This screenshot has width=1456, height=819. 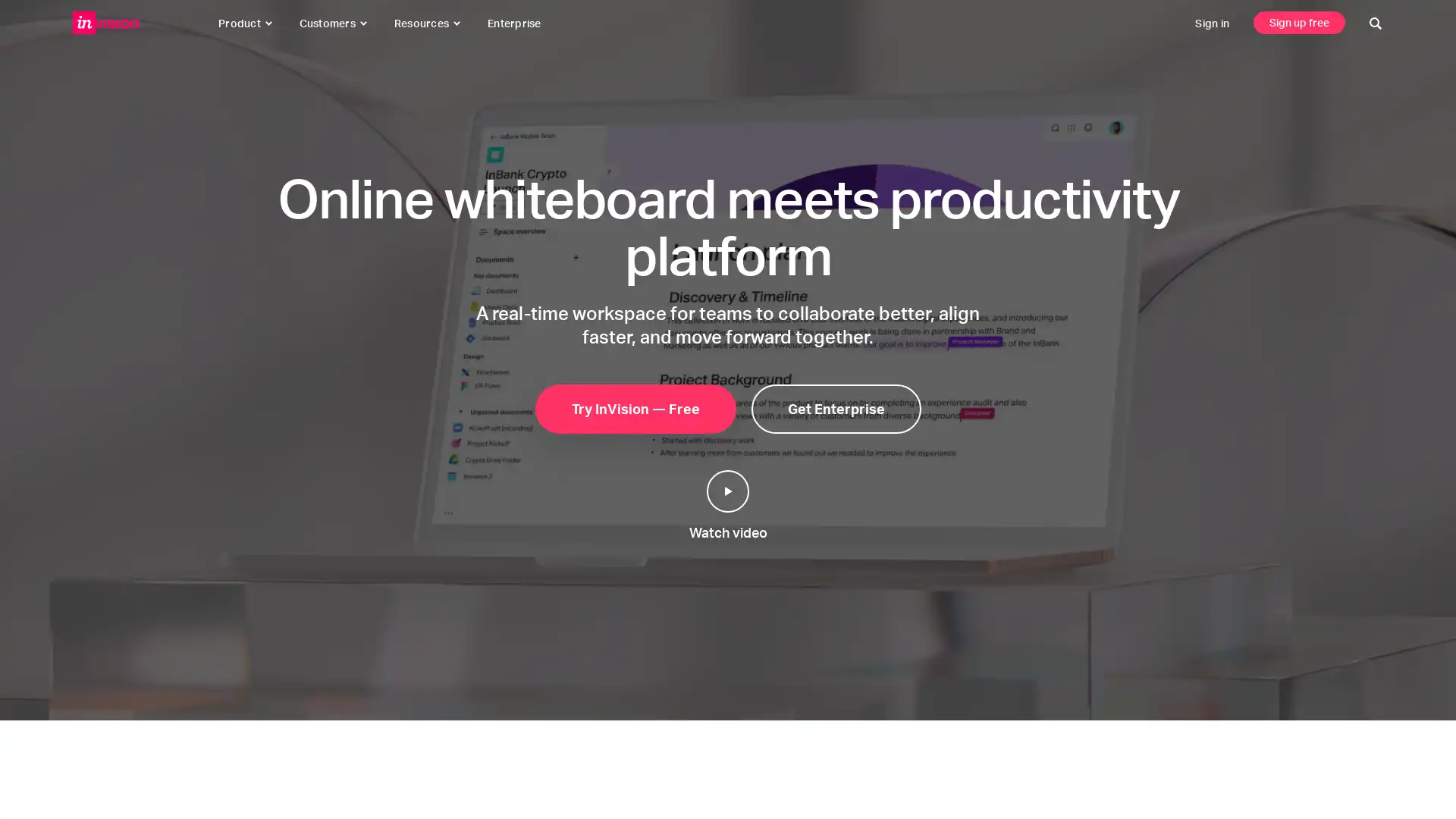 What do you see at coordinates (635, 408) in the screenshot?
I see `try invision  free` at bounding box center [635, 408].